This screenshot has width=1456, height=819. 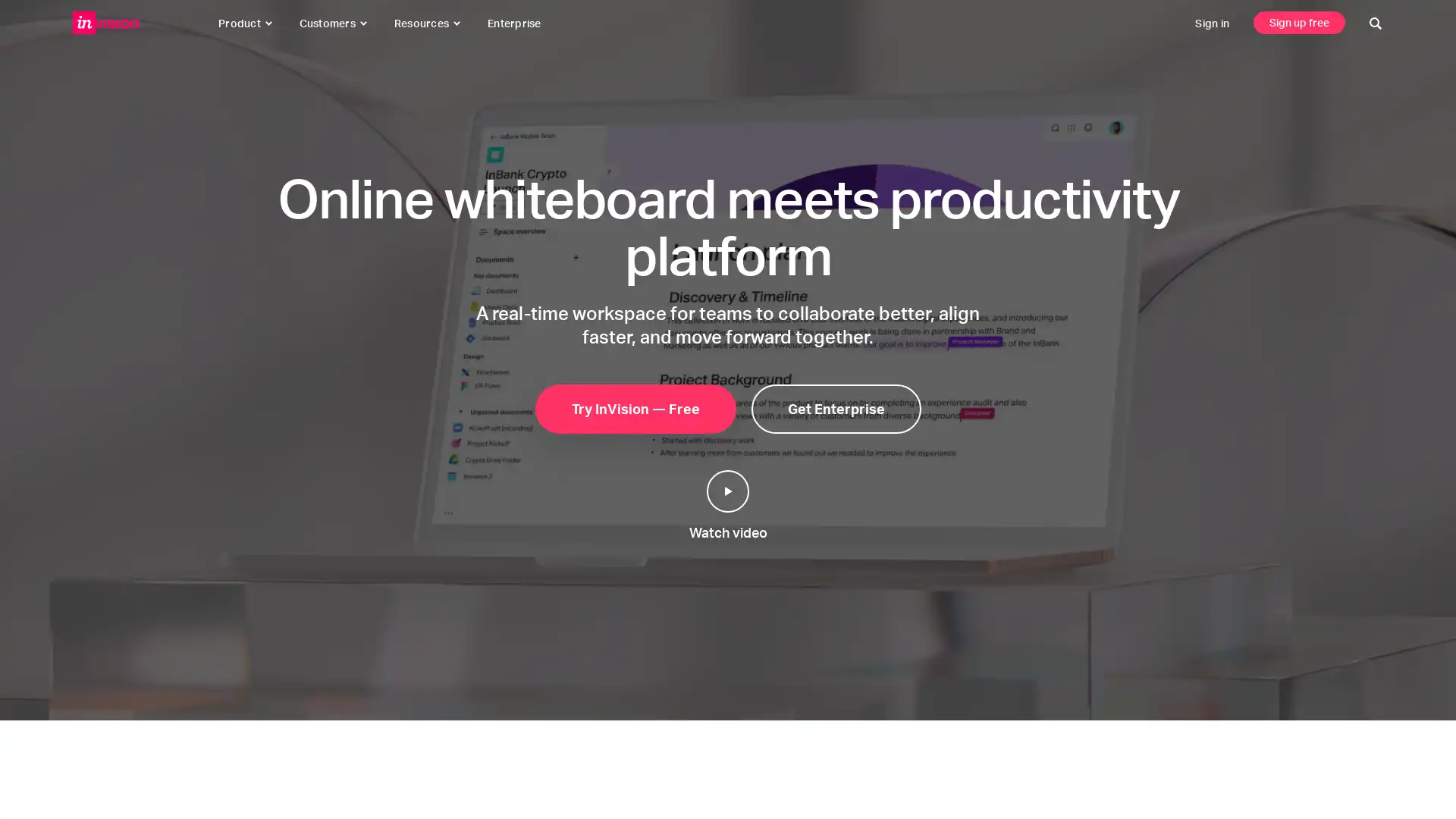 What do you see at coordinates (635, 408) in the screenshot?
I see `try invision  free` at bounding box center [635, 408].